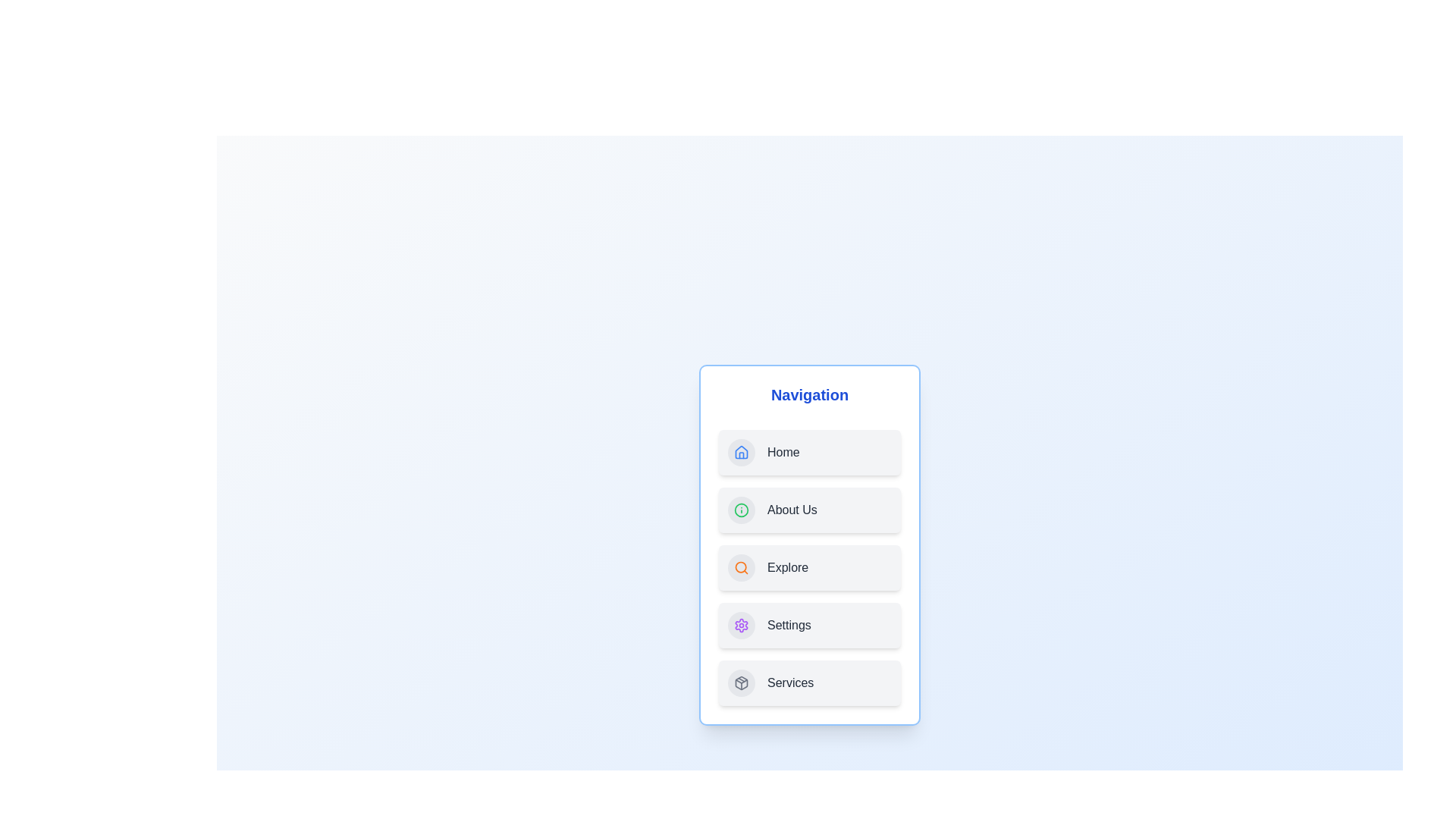  What do you see at coordinates (809, 626) in the screenshot?
I see `the 'Settings' navigation item to navigate to the settings section` at bounding box center [809, 626].